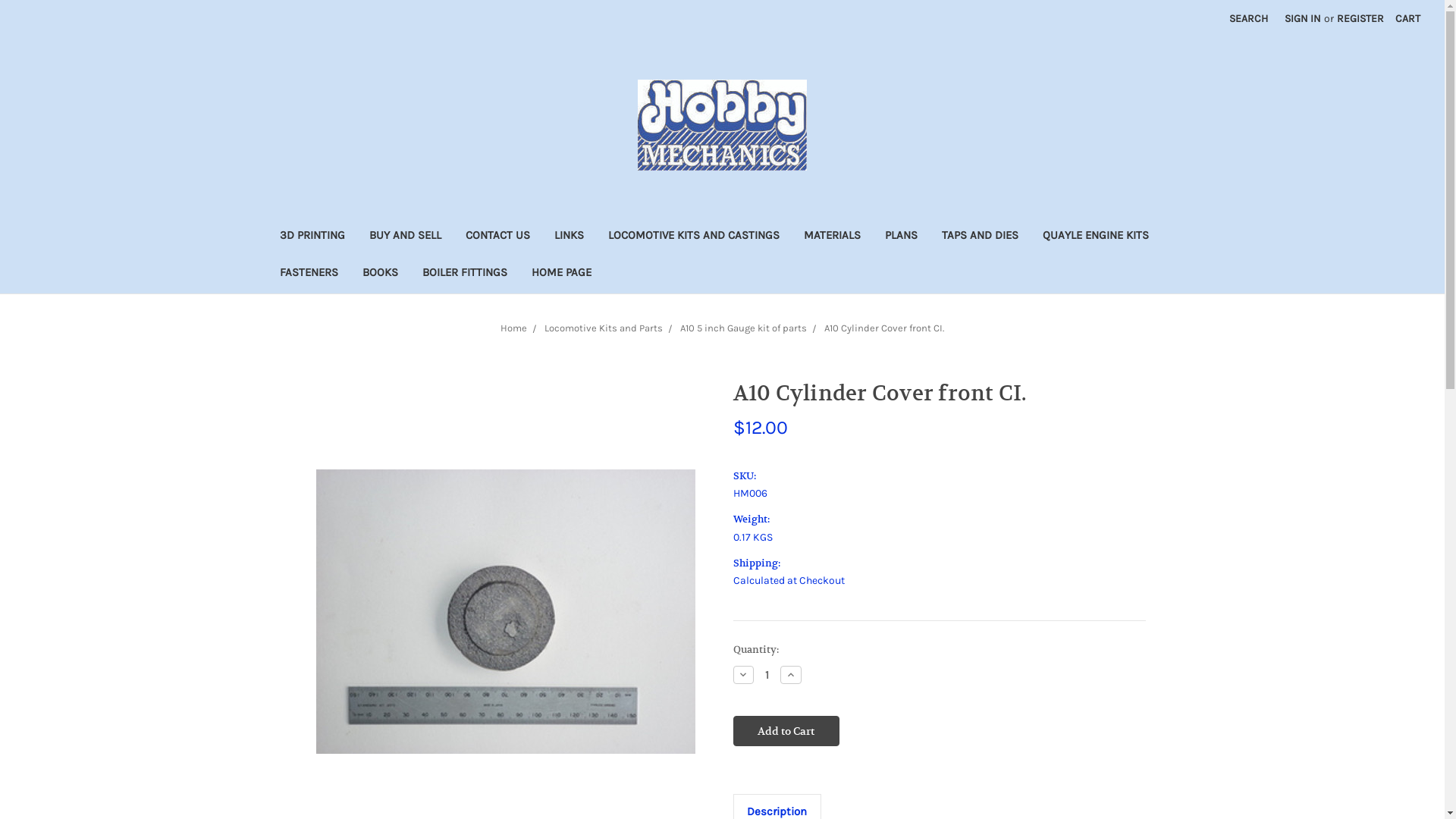 The image size is (1456, 819). What do you see at coordinates (567, 237) in the screenshot?
I see `'LINKS'` at bounding box center [567, 237].